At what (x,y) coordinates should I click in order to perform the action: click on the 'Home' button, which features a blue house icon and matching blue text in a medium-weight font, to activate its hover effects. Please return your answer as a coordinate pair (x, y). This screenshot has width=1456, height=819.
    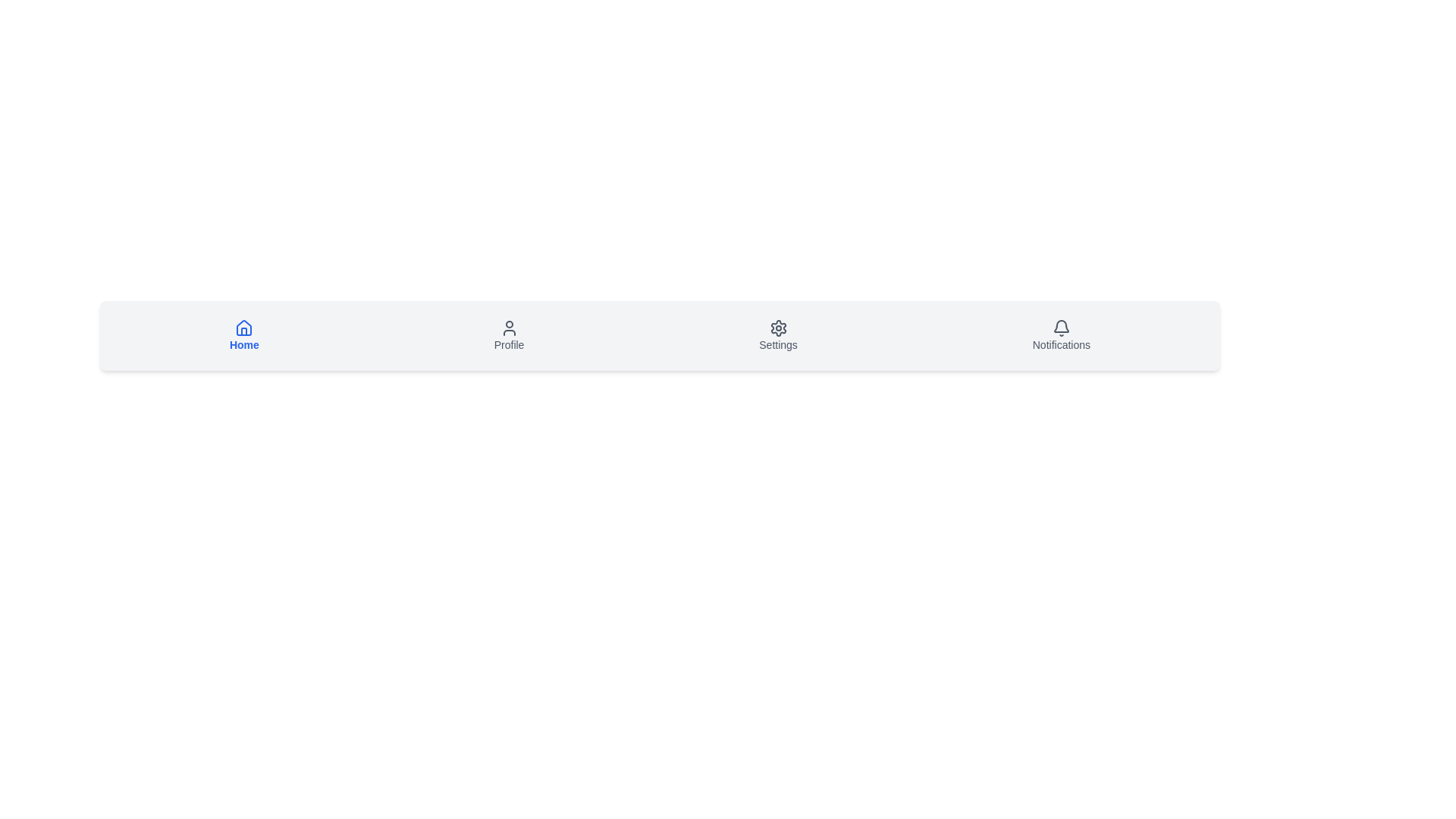
    Looking at the image, I should click on (244, 335).